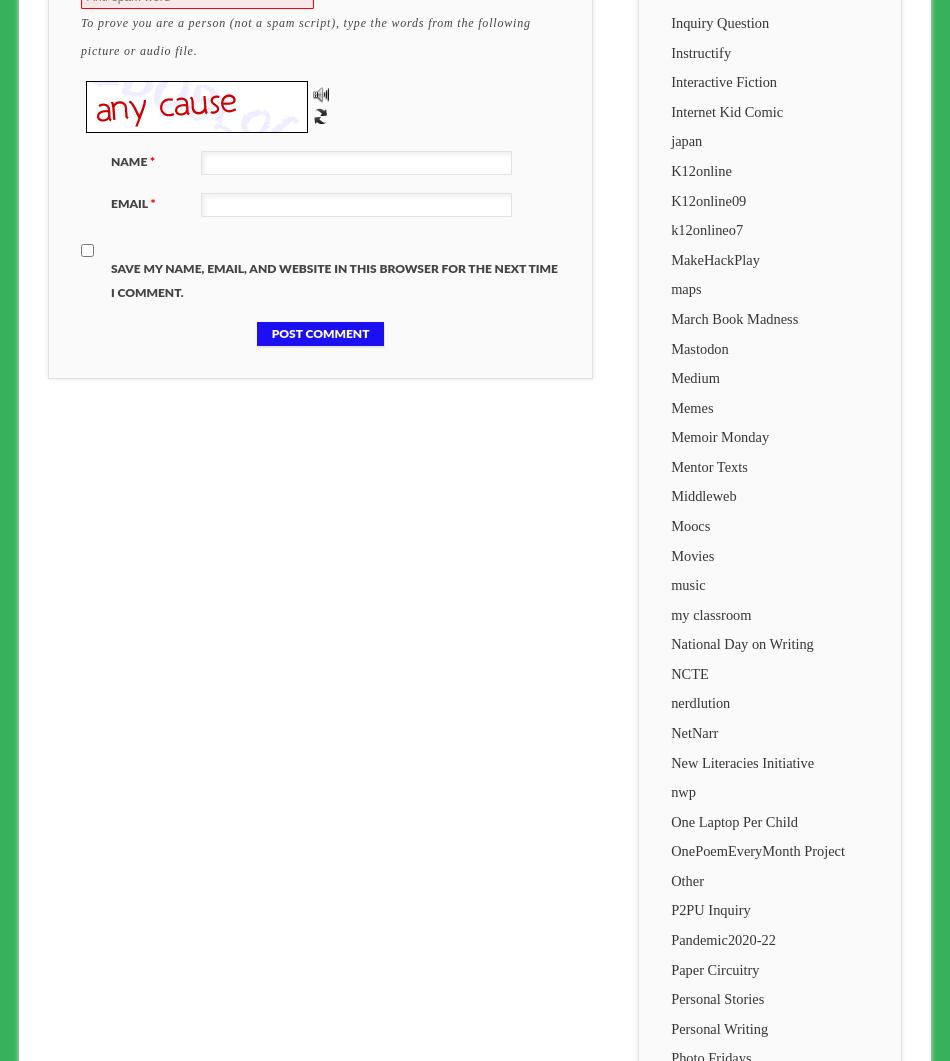 The width and height of the screenshot is (950, 1061). I want to click on 'OnePoemEveryMonth Project', so click(757, 851).